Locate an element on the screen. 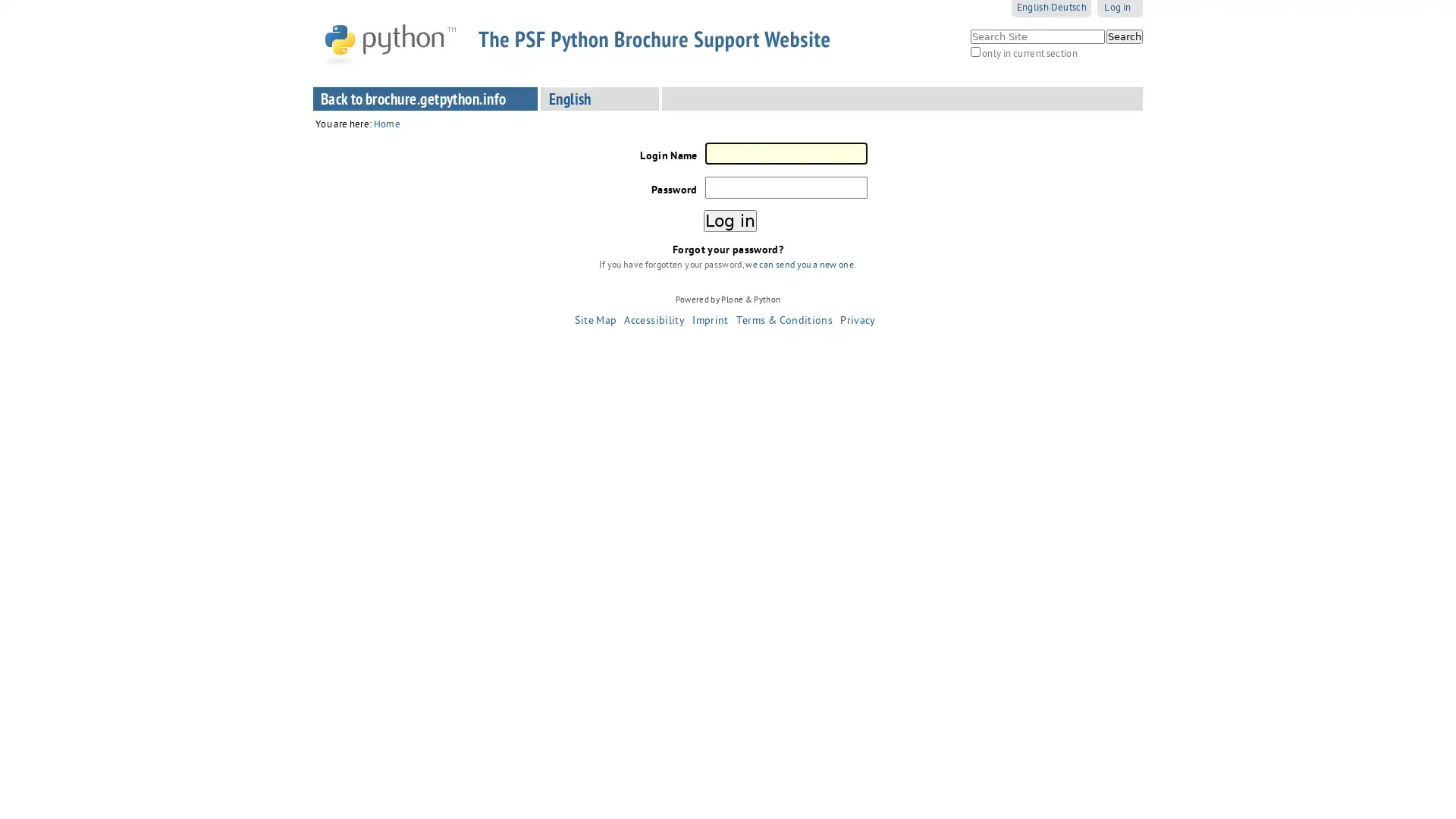 Image resolution: width=1456 pixels, height=819 pixels. Search is located at coordinates (1125, 35).